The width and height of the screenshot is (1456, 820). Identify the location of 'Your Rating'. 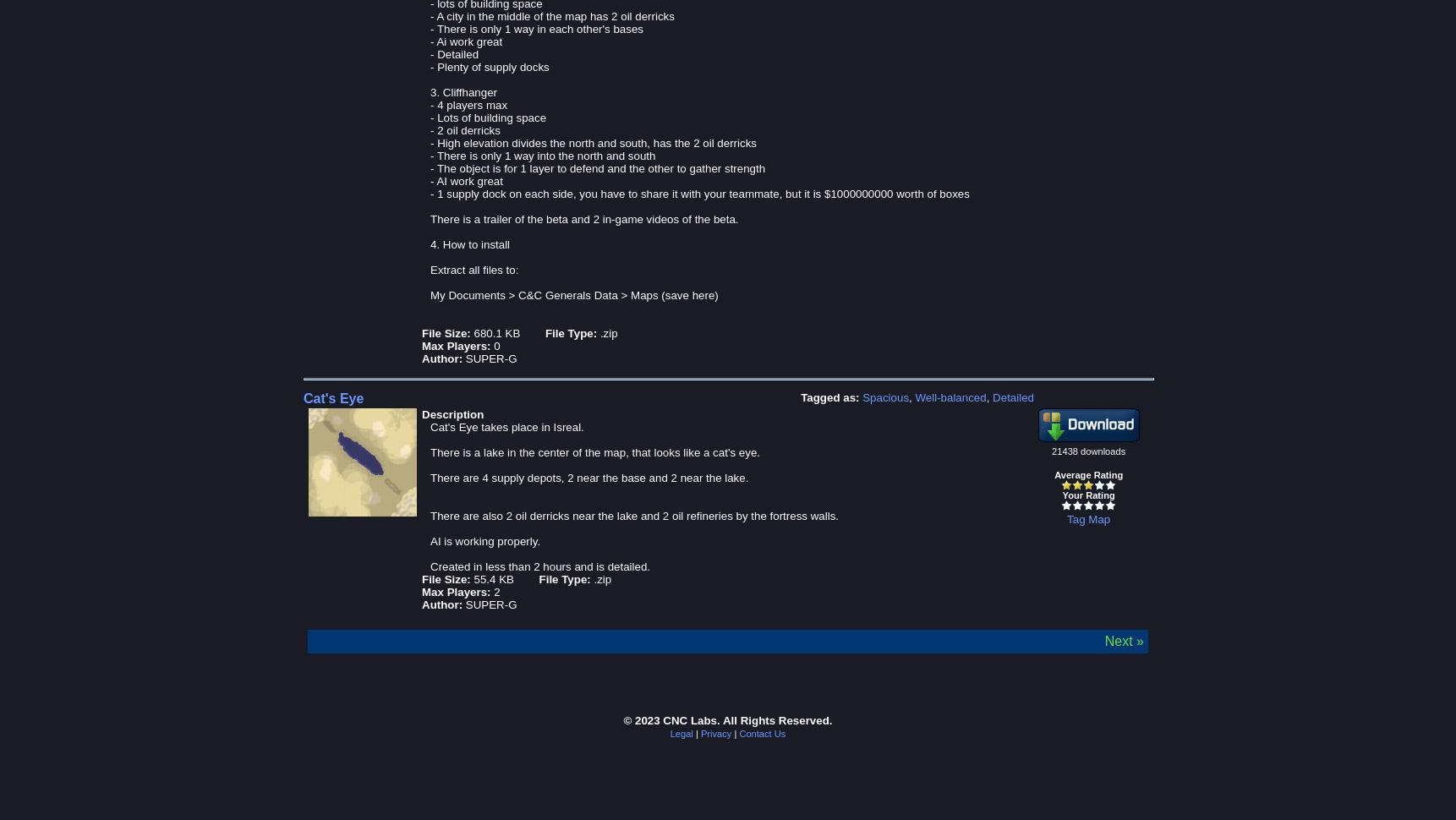
(1088, 495).